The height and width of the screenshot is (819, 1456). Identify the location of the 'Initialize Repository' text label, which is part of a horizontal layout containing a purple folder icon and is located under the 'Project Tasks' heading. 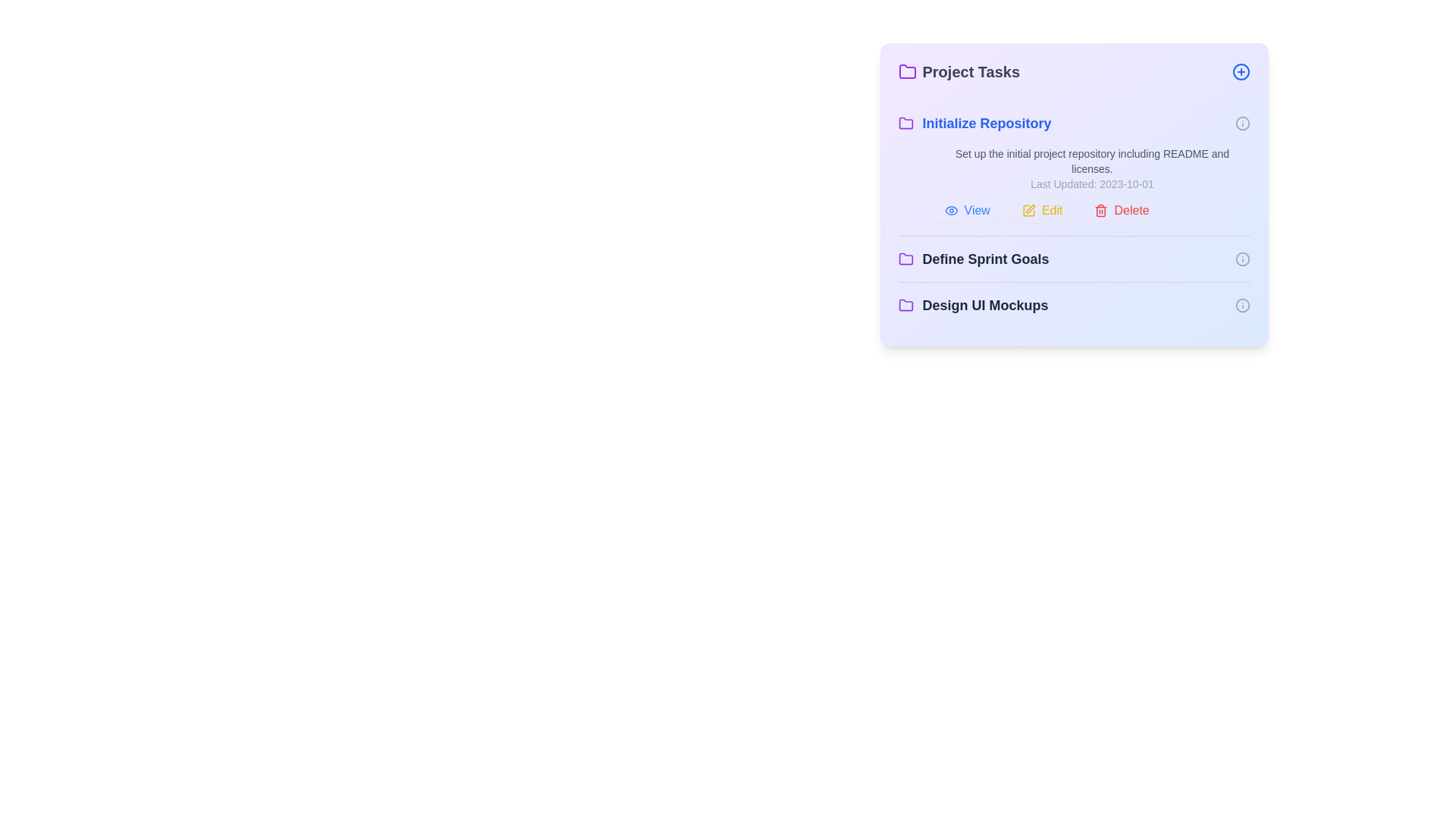
(987, 122).